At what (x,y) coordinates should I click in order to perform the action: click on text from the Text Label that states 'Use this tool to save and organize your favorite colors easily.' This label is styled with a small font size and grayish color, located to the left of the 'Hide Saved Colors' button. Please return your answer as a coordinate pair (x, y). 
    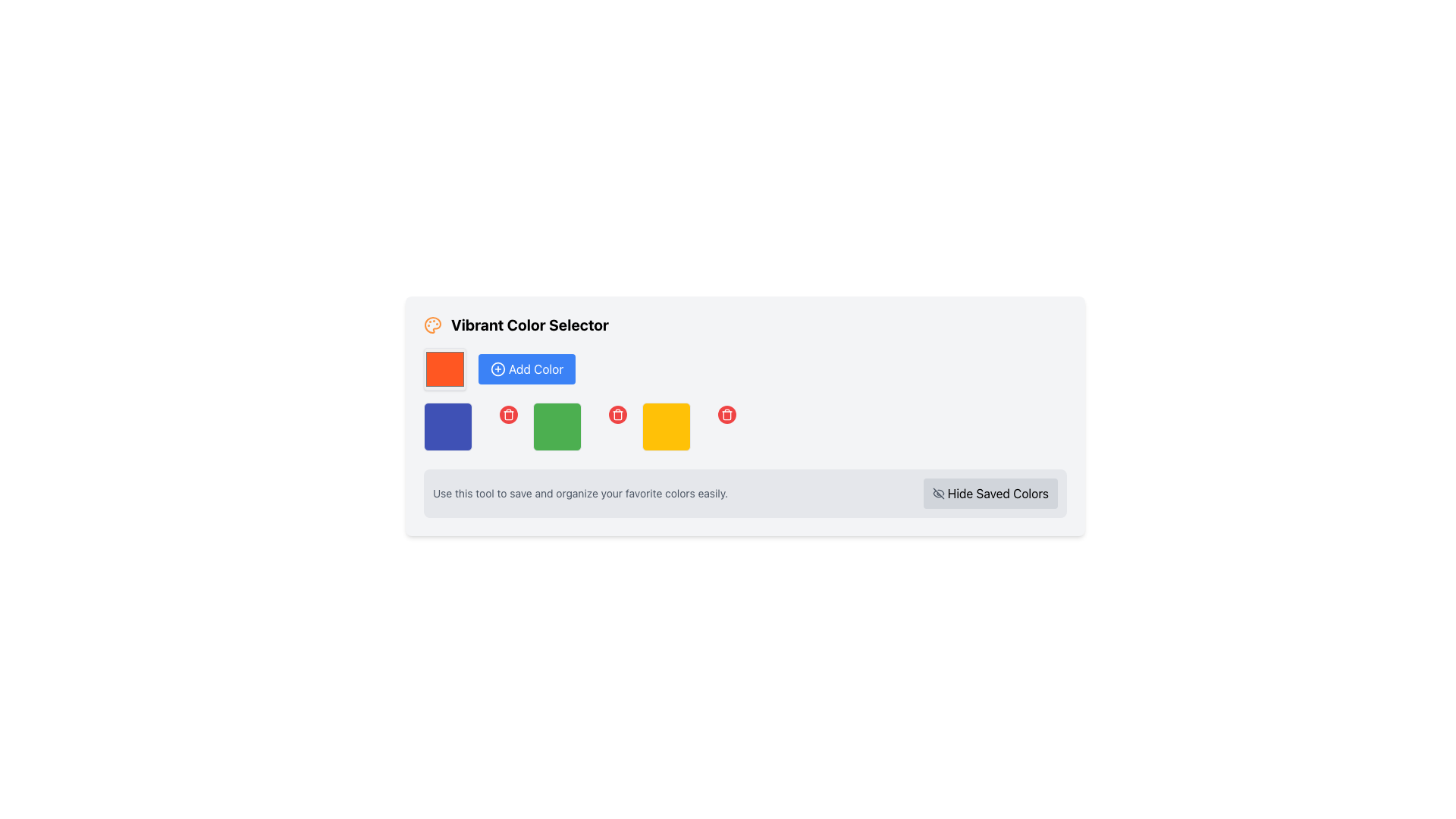
    Looking at the image, I should click on (579, 494).